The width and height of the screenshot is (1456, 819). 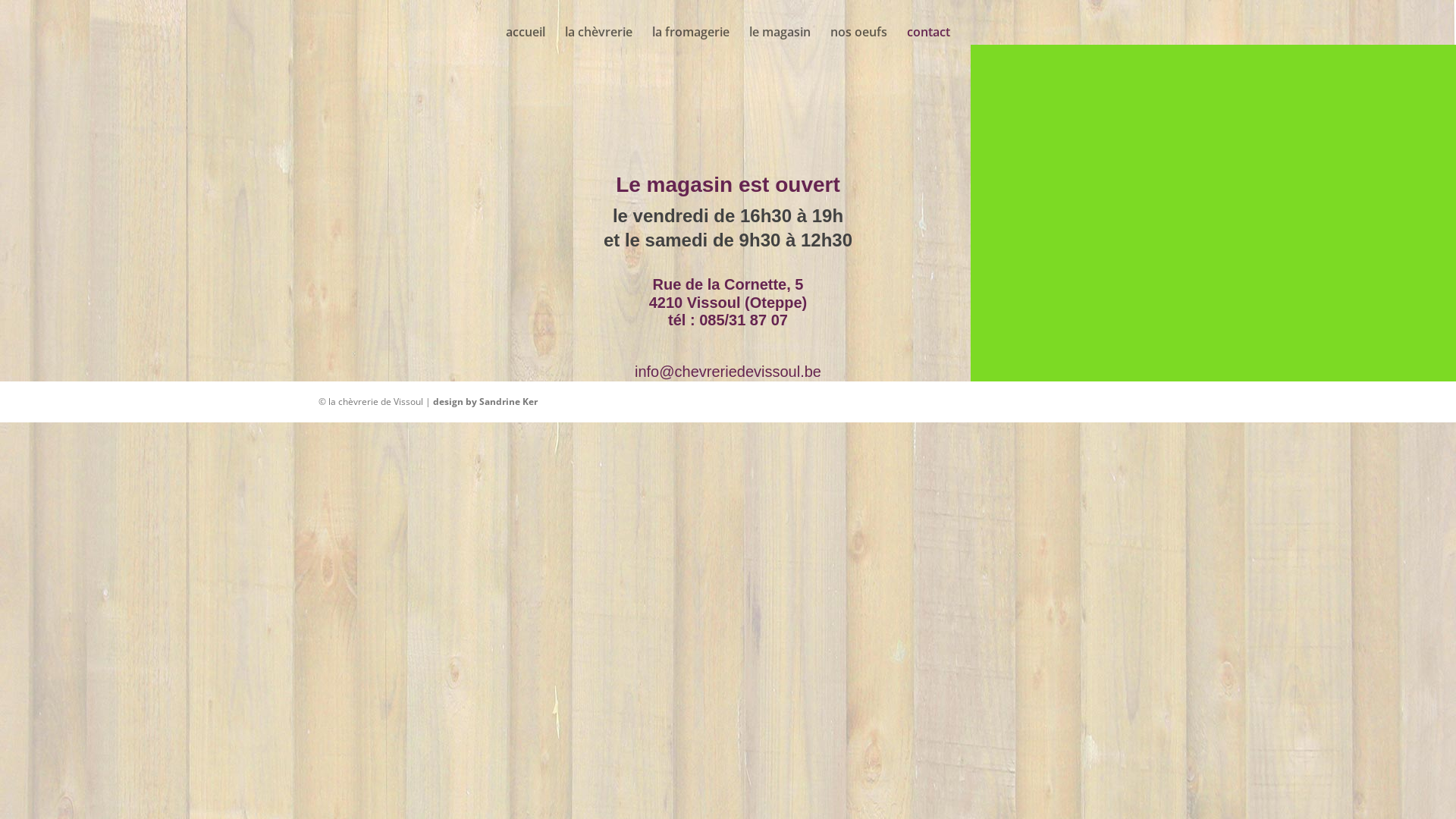 What do you see at coordinates (651, 35) in the screenshot?
I see `'la fromagerie'` at bounding box center [651, 35].